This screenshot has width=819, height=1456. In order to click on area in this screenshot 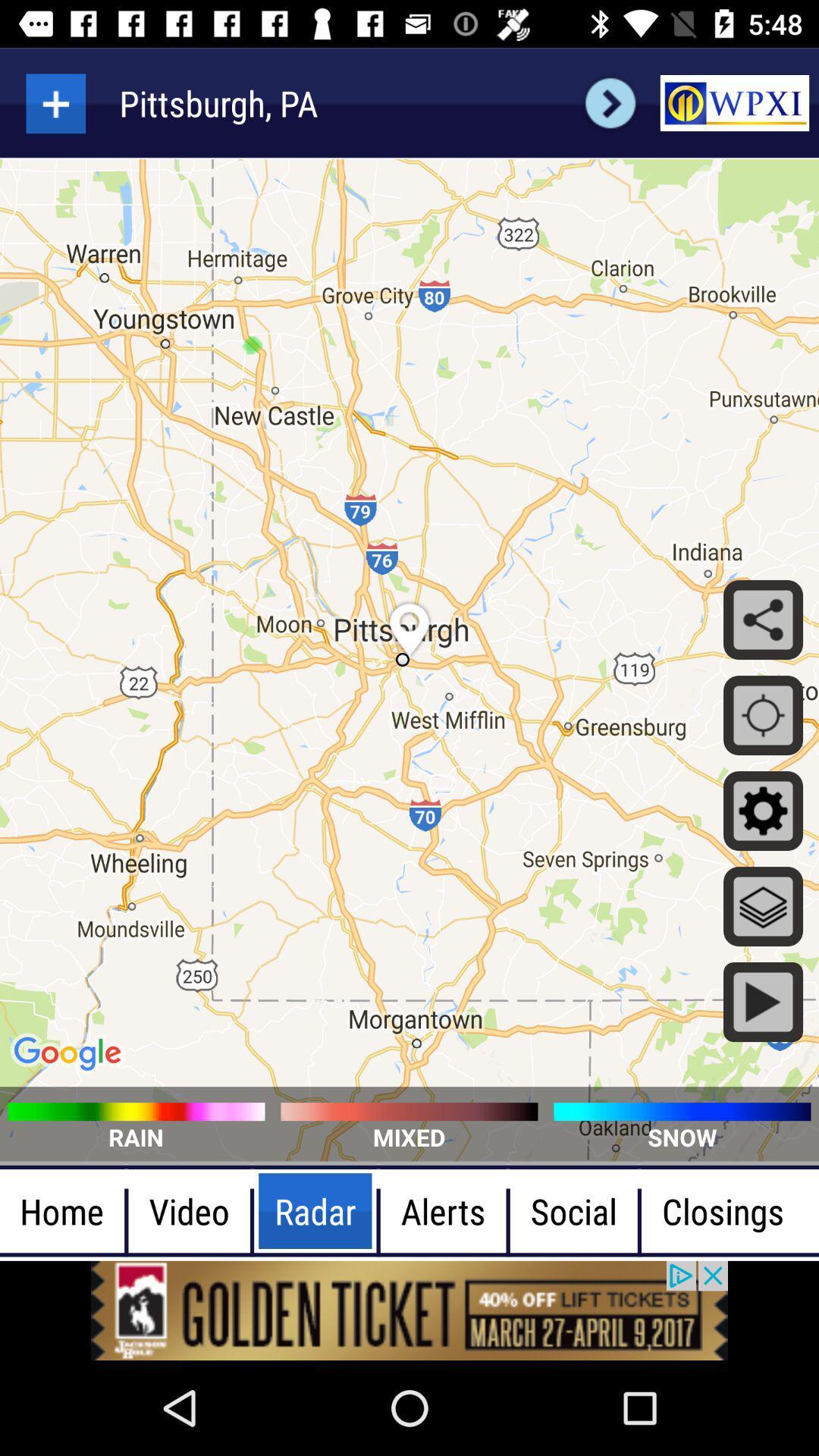, I will do `click(55, 102)`.